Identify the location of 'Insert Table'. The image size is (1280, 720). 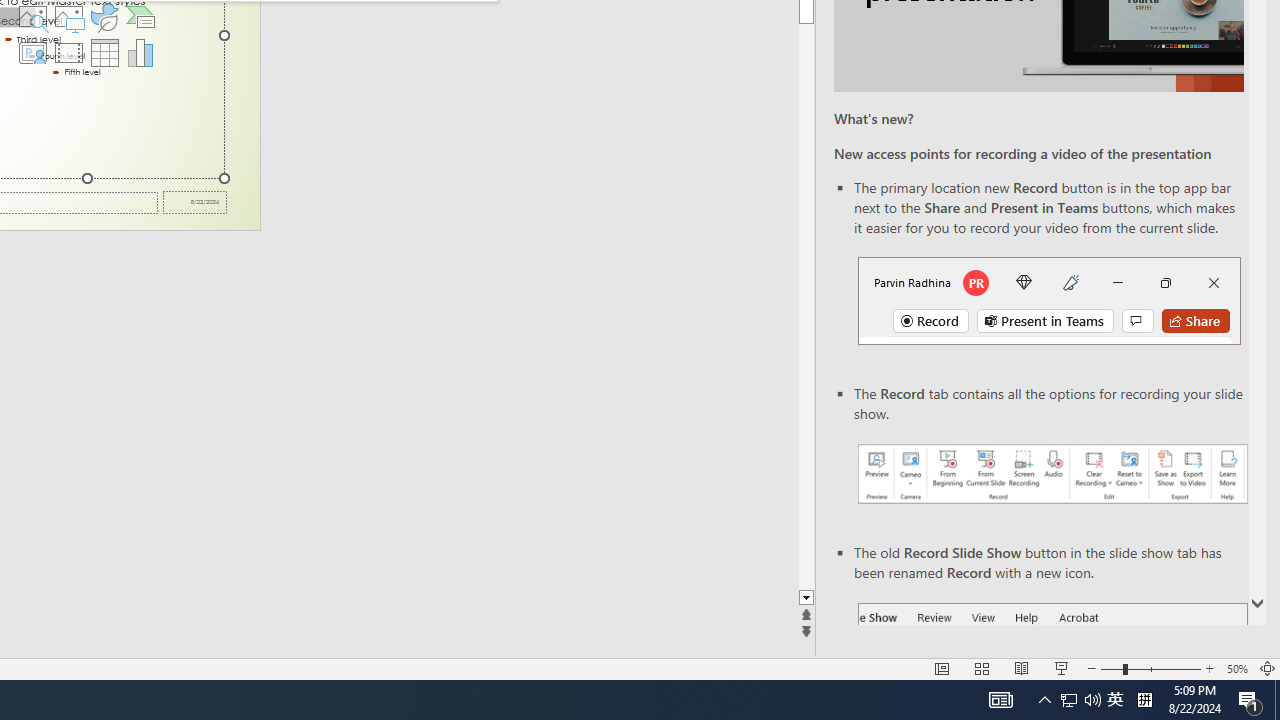
(104, 51).